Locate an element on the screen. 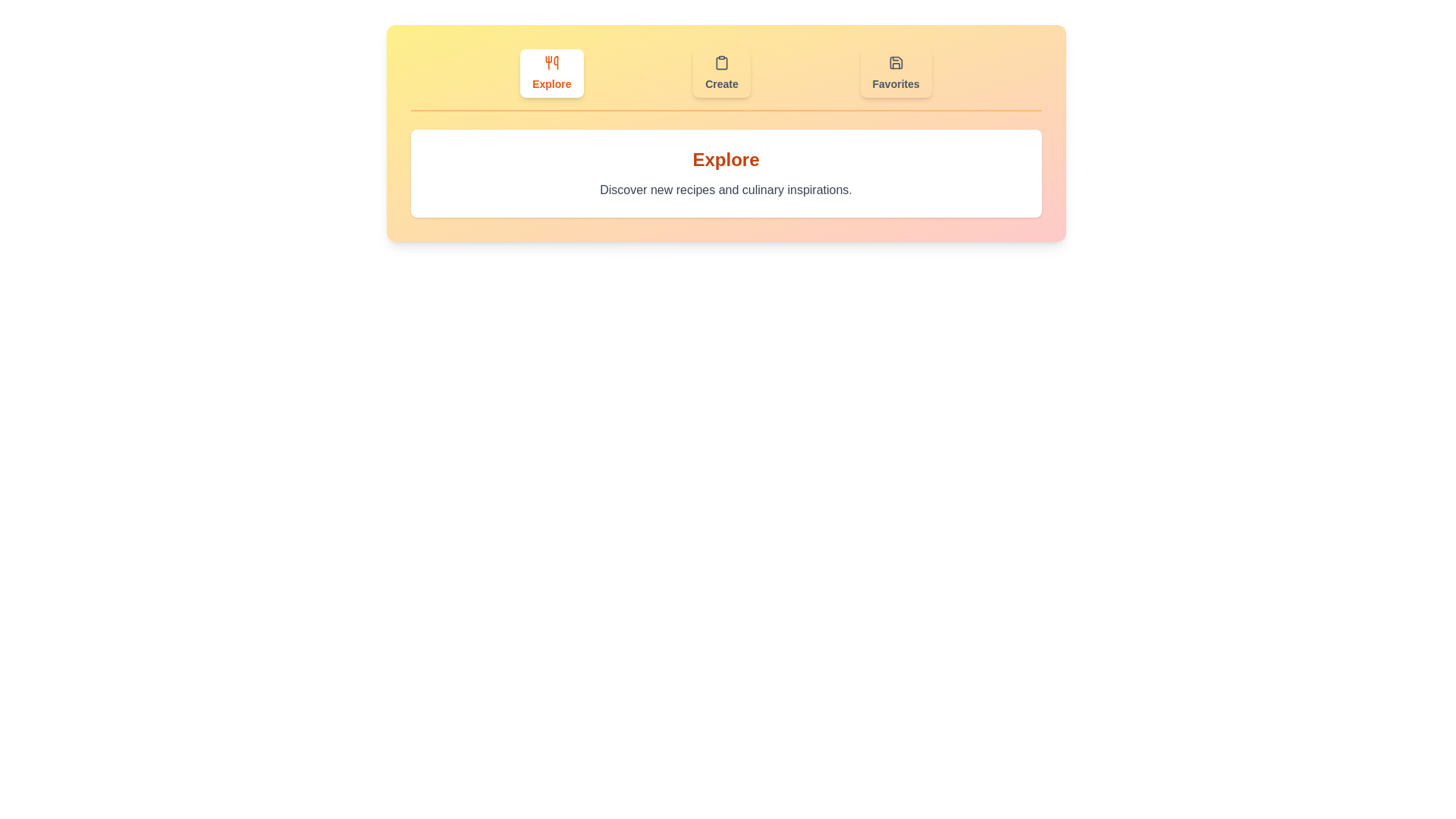  the tab icon corresponding to Favorites is located at coordinates (896, 73).